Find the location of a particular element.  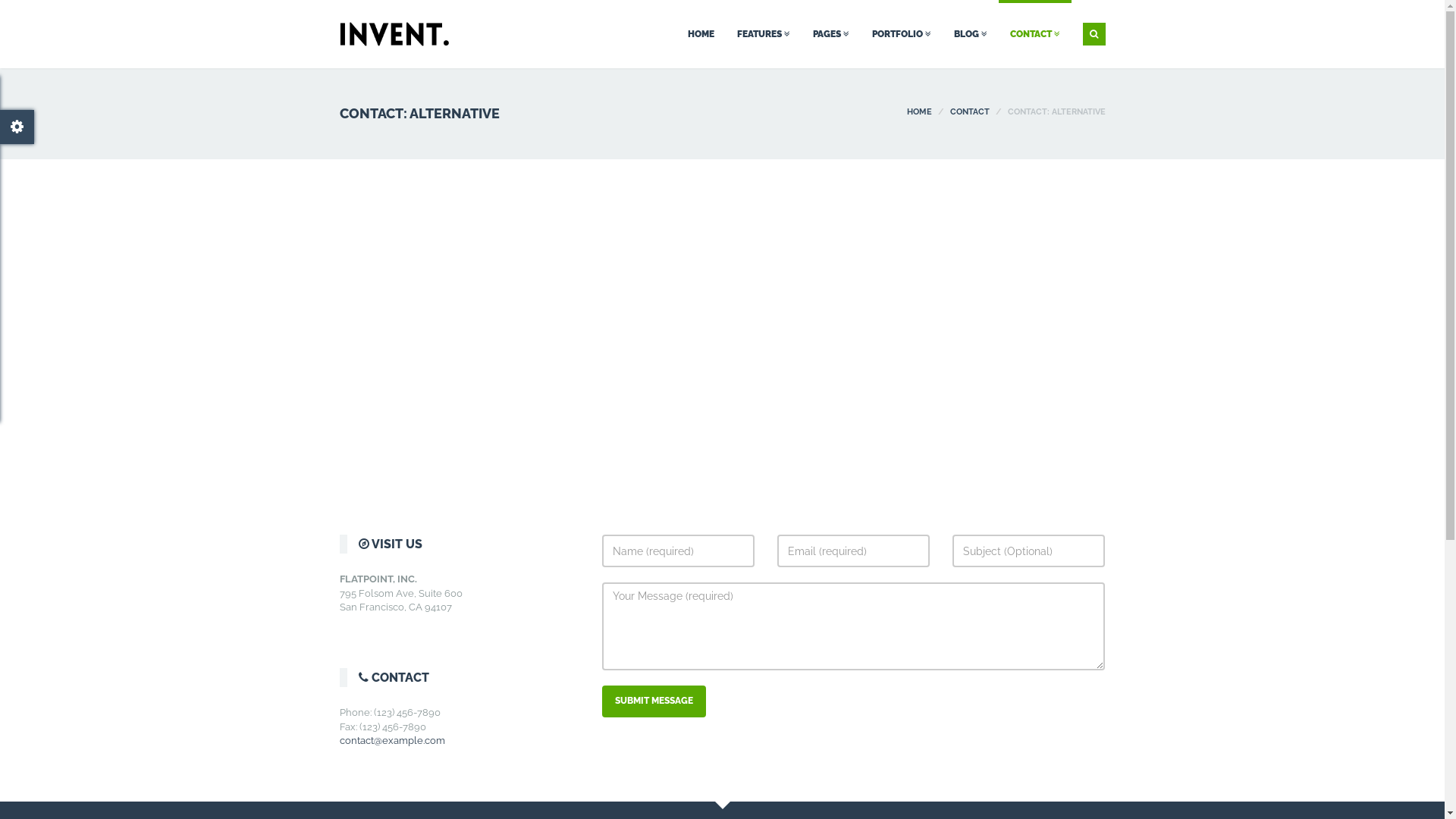

'BLOG' is located at coordinates (968, 34).